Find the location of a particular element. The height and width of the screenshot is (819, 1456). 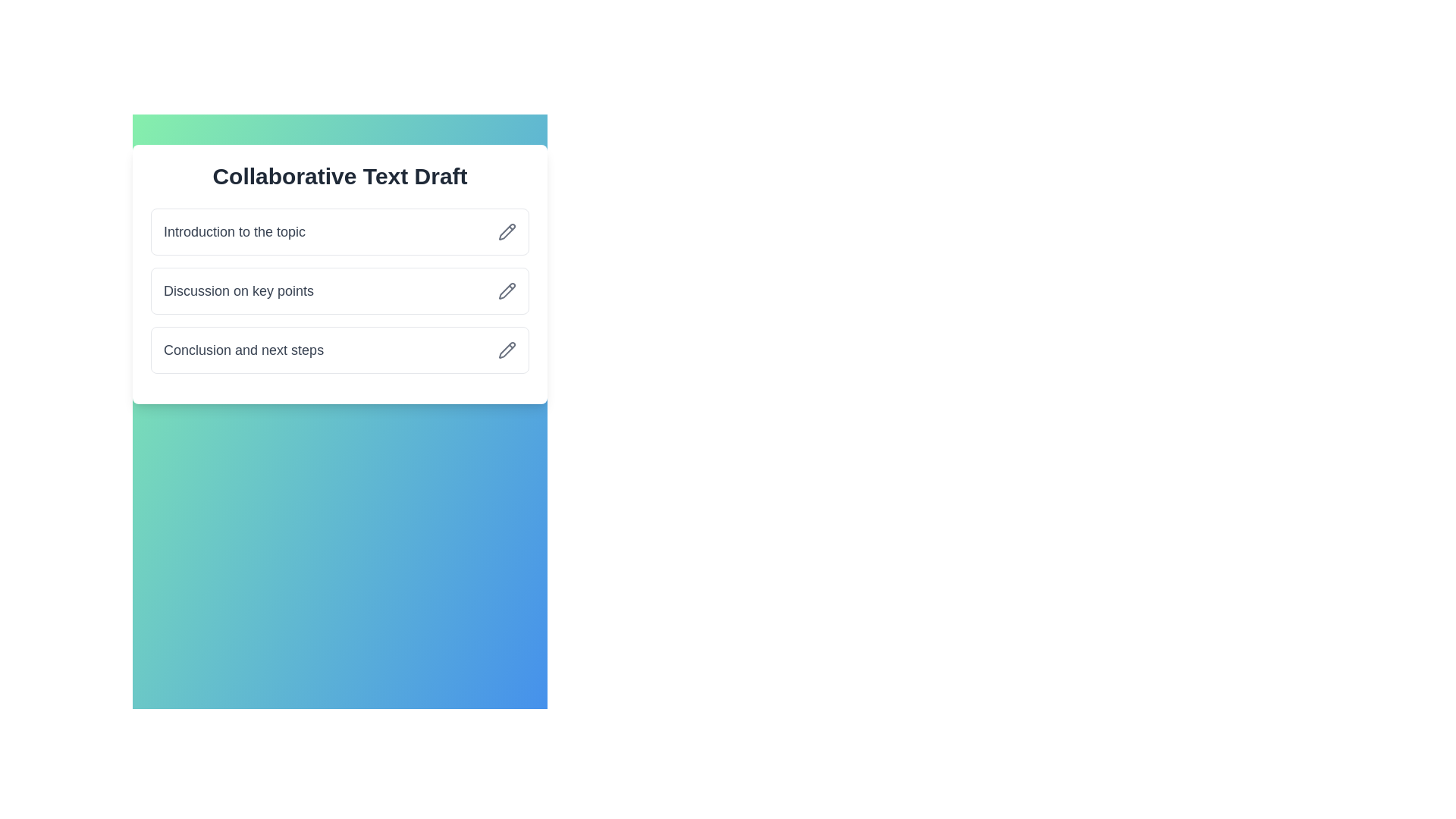

the header text element located at the top center of the white, rounded rectangular card that introduces its content is located at coordinates (339, 175).